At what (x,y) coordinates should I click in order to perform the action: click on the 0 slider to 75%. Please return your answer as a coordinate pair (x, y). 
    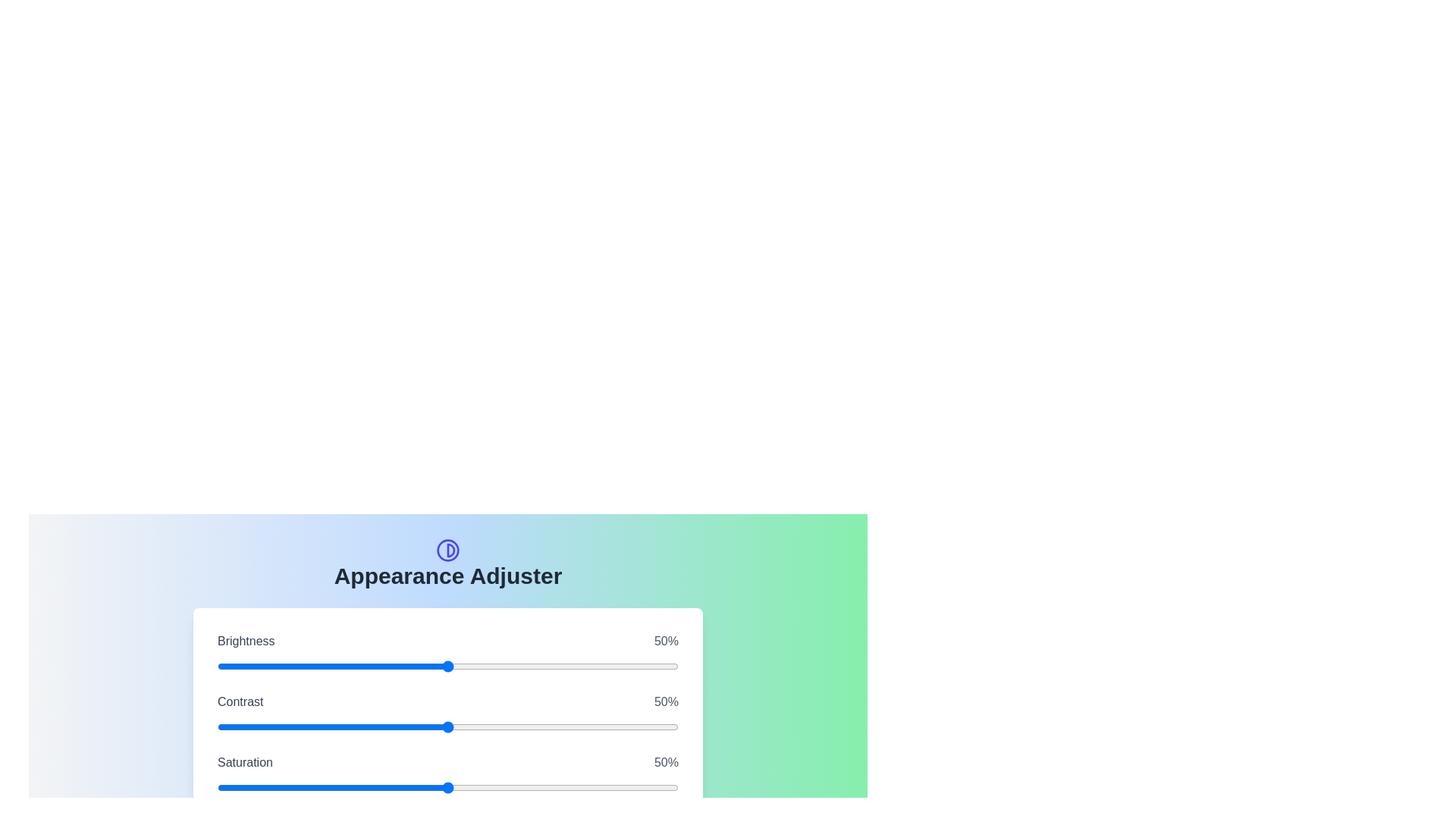
    Looking at the image, I should click on (621, 666).